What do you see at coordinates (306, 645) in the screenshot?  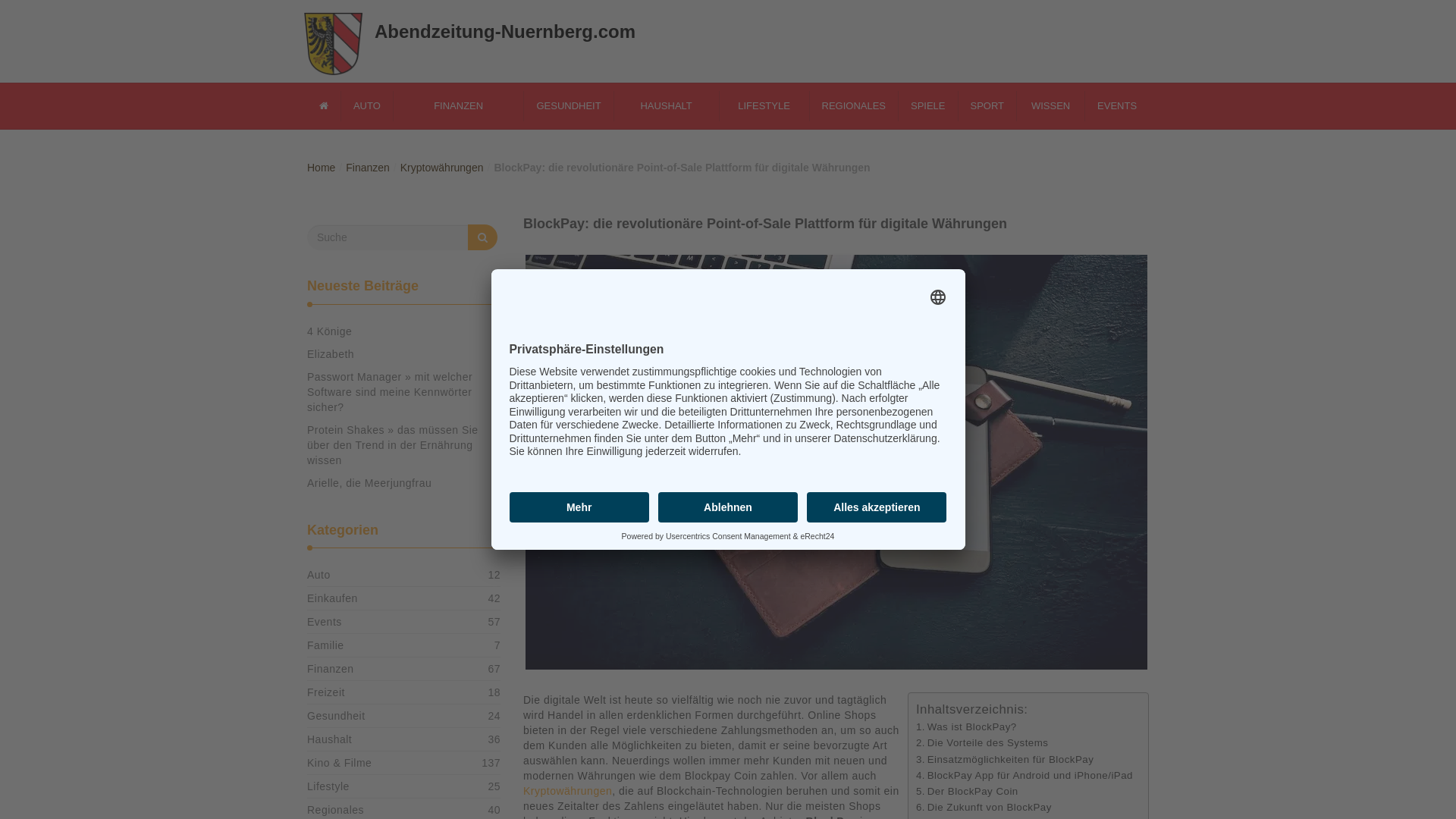 I see `'Familie` at bounding box center [306, 645].